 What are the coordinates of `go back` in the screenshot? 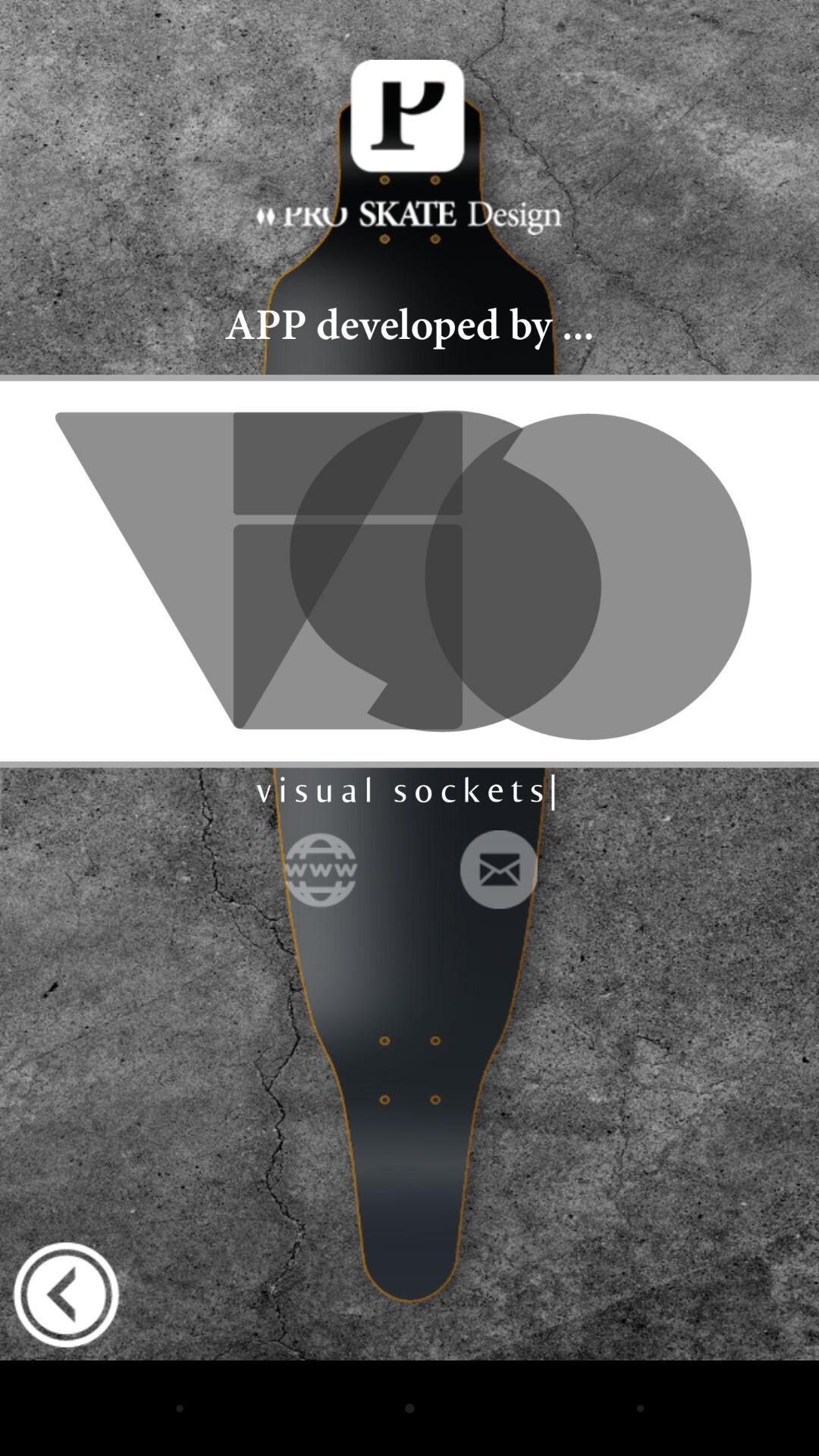 It's located at (65, 1293).